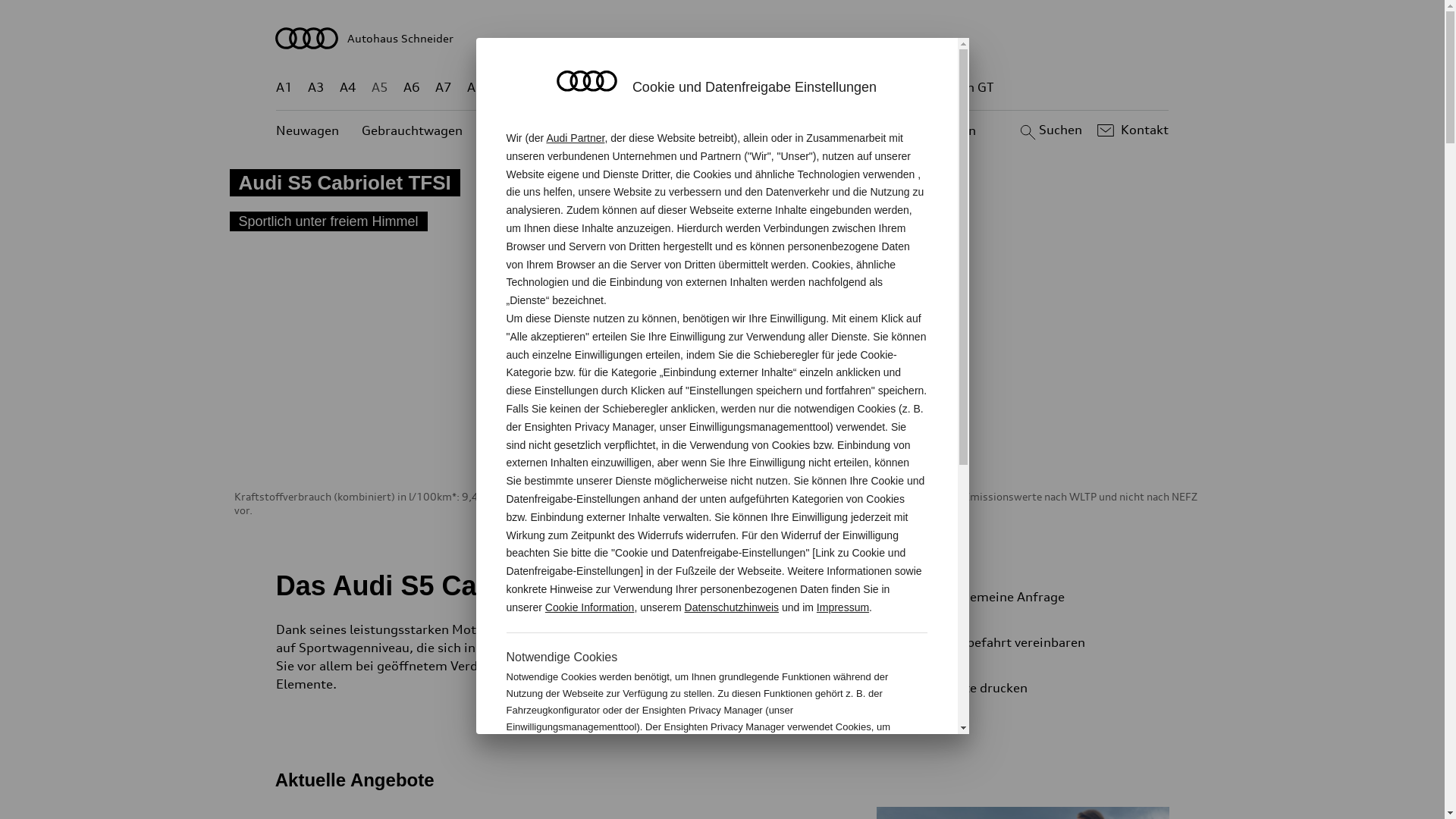  Describe the element at coordinates (306, 130) in the screenshot. I see `'Neuwagen'` at that location.